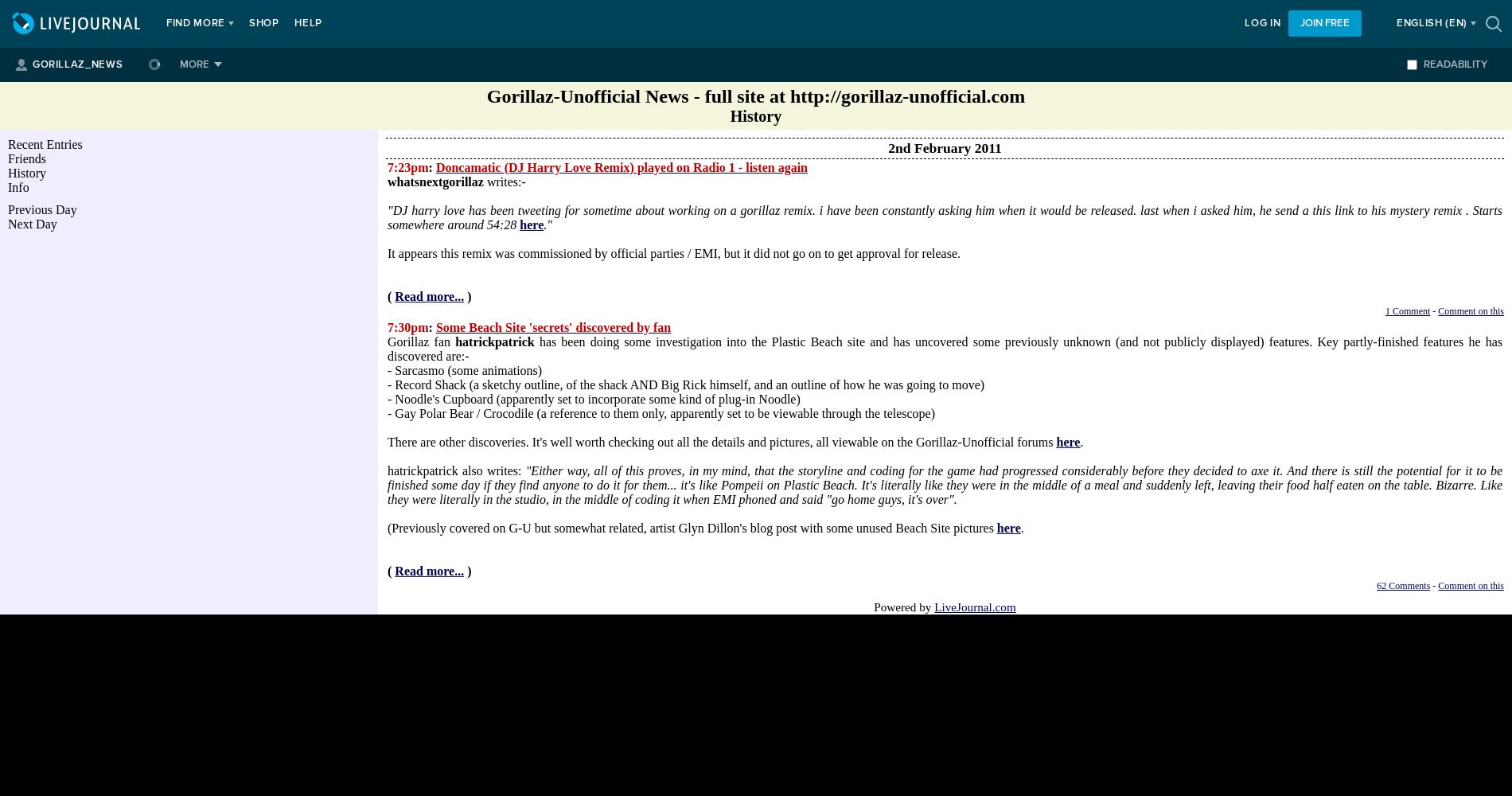  Describe the element at coordinates (45, 144) in the screenshot. I see `'Recent Entries'` at that location.